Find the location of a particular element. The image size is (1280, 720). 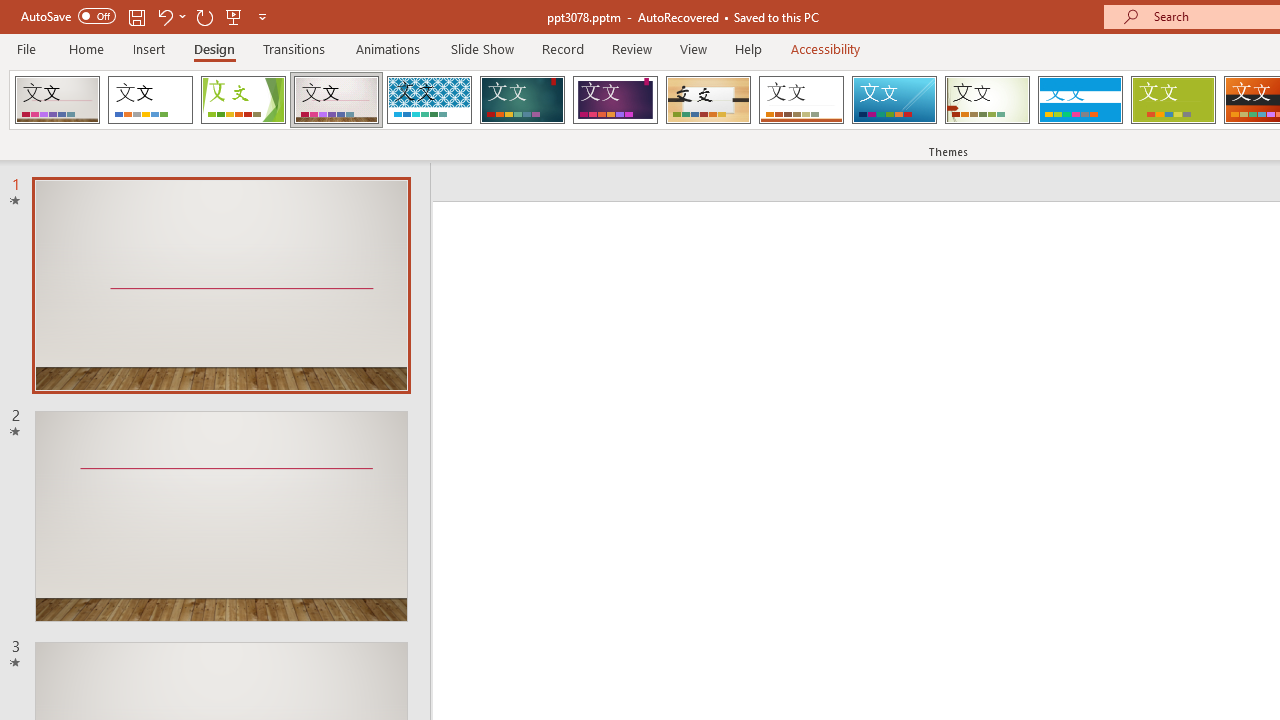

'Slice' is located at coordinates (893, 100).